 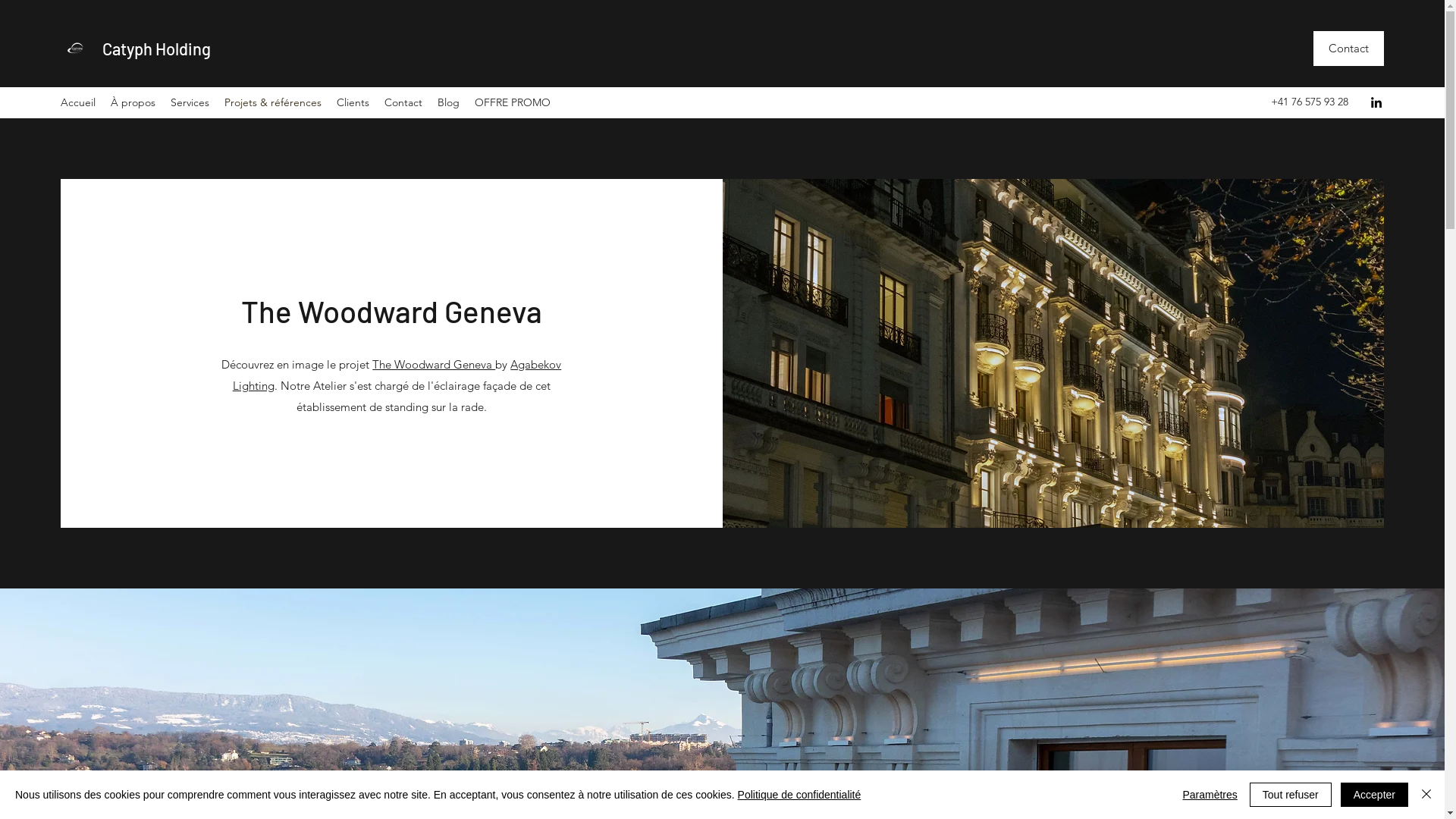 What do you see at coordinates (189, 102) in the screenshot?
I see `'Services'` at bounding box center [189, 102].